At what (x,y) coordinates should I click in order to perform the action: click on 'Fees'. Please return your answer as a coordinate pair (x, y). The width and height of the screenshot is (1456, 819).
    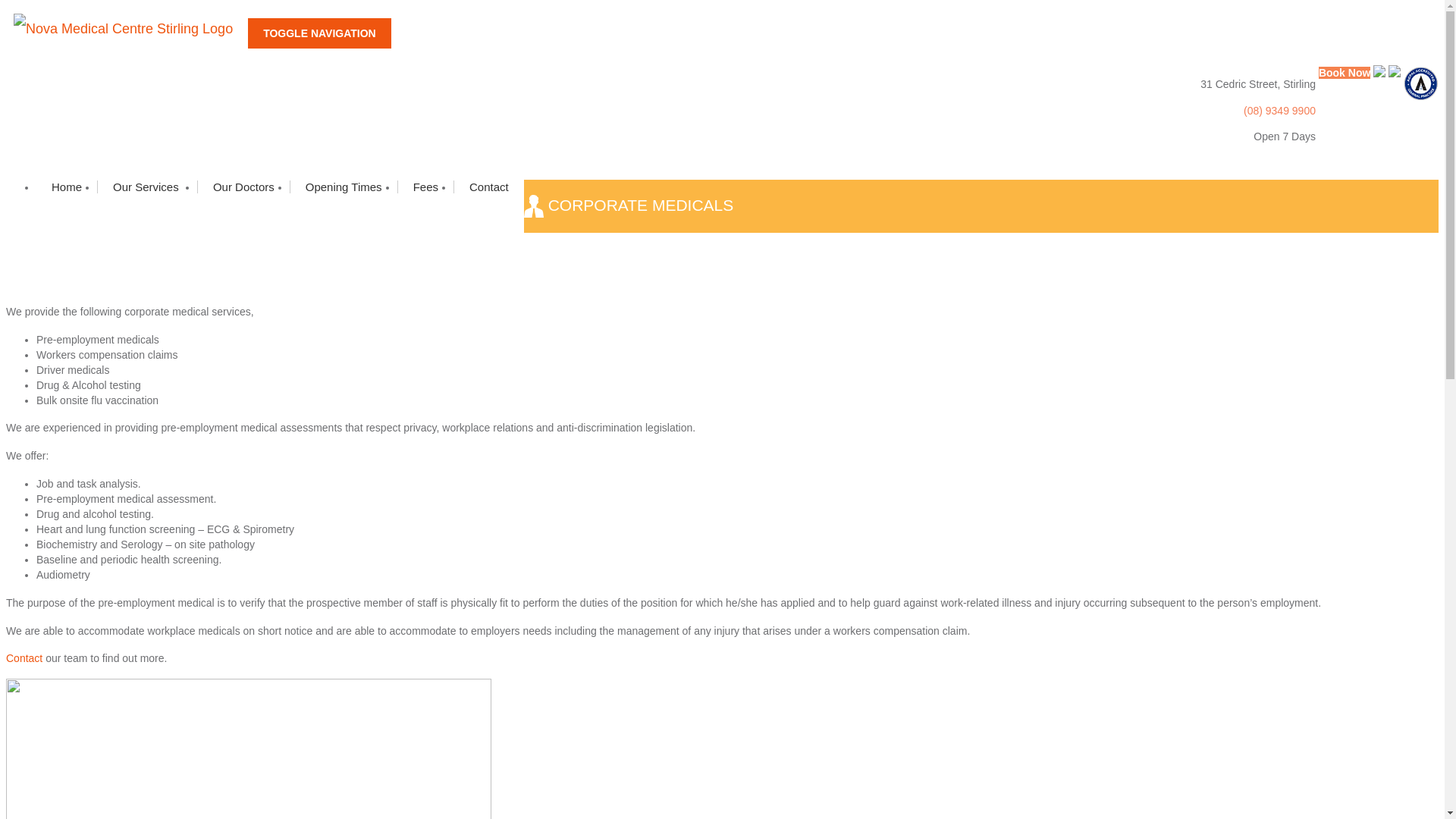
    Looking at the image, I should click on (397, 186).